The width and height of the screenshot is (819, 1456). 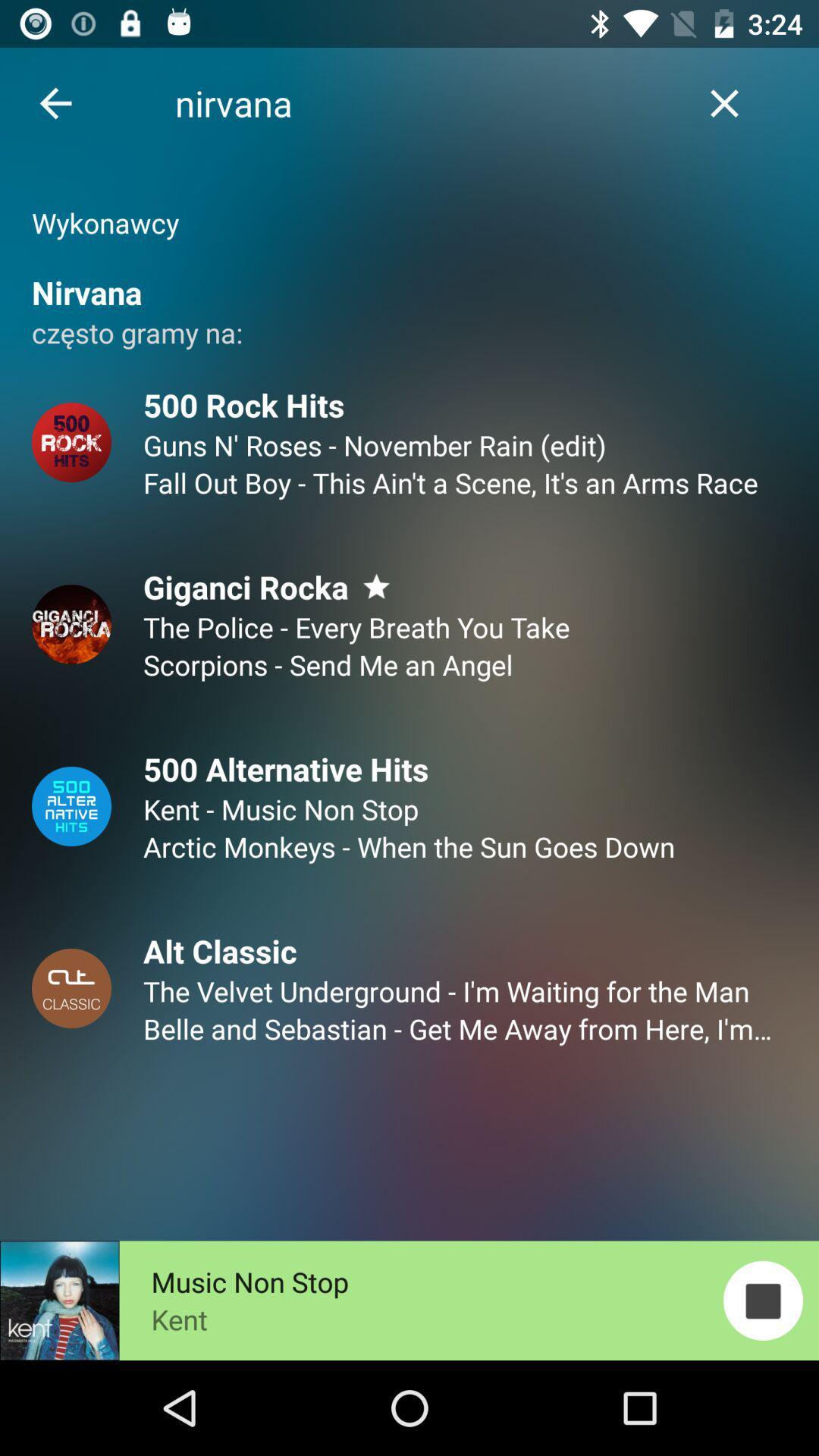 What do you see at coordinates (763, 1300) in the screenshot?
I see `the item at the bottom right corner` at bounding box center [763, 1300].